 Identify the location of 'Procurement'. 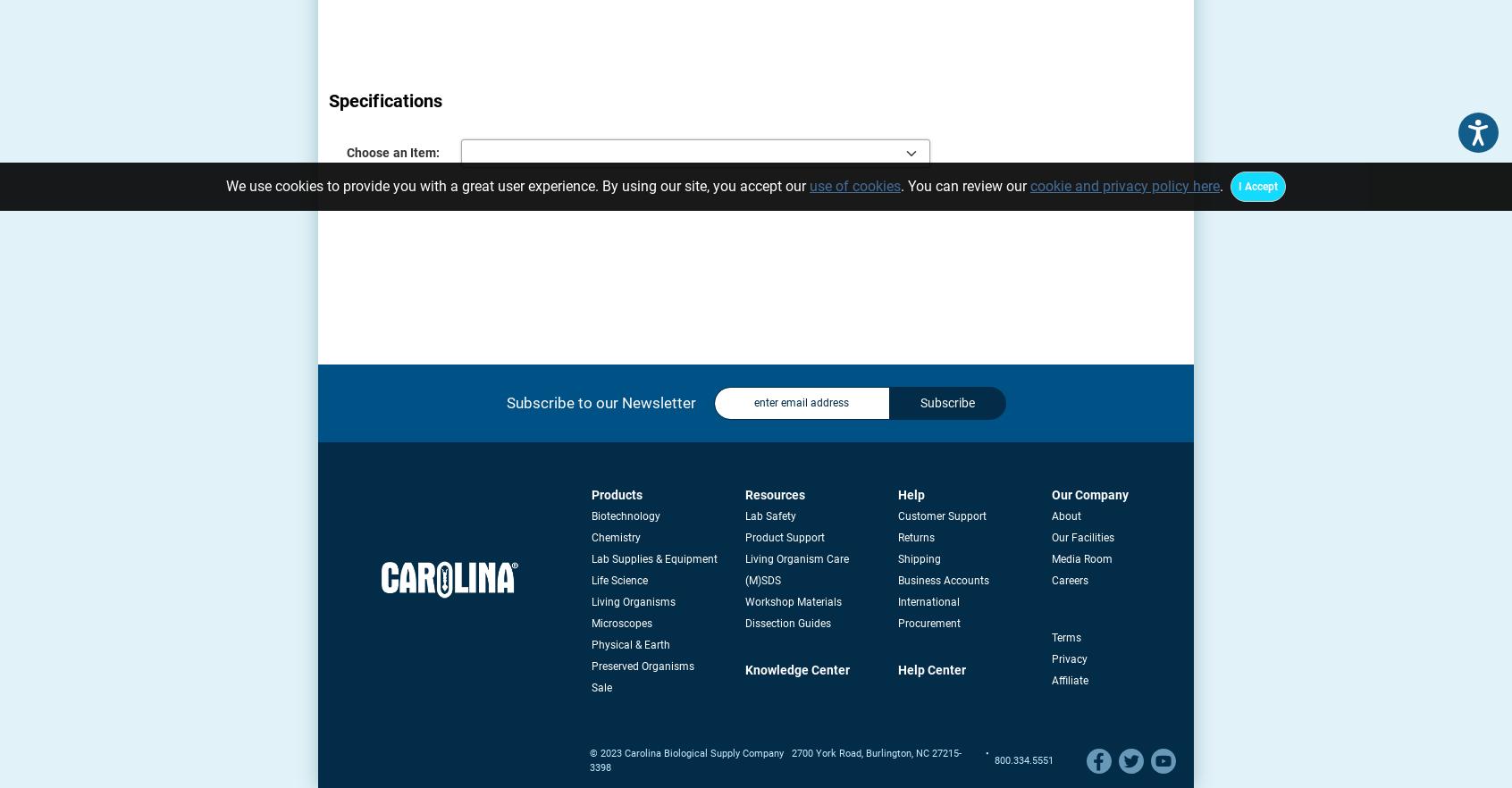
(928, 624).